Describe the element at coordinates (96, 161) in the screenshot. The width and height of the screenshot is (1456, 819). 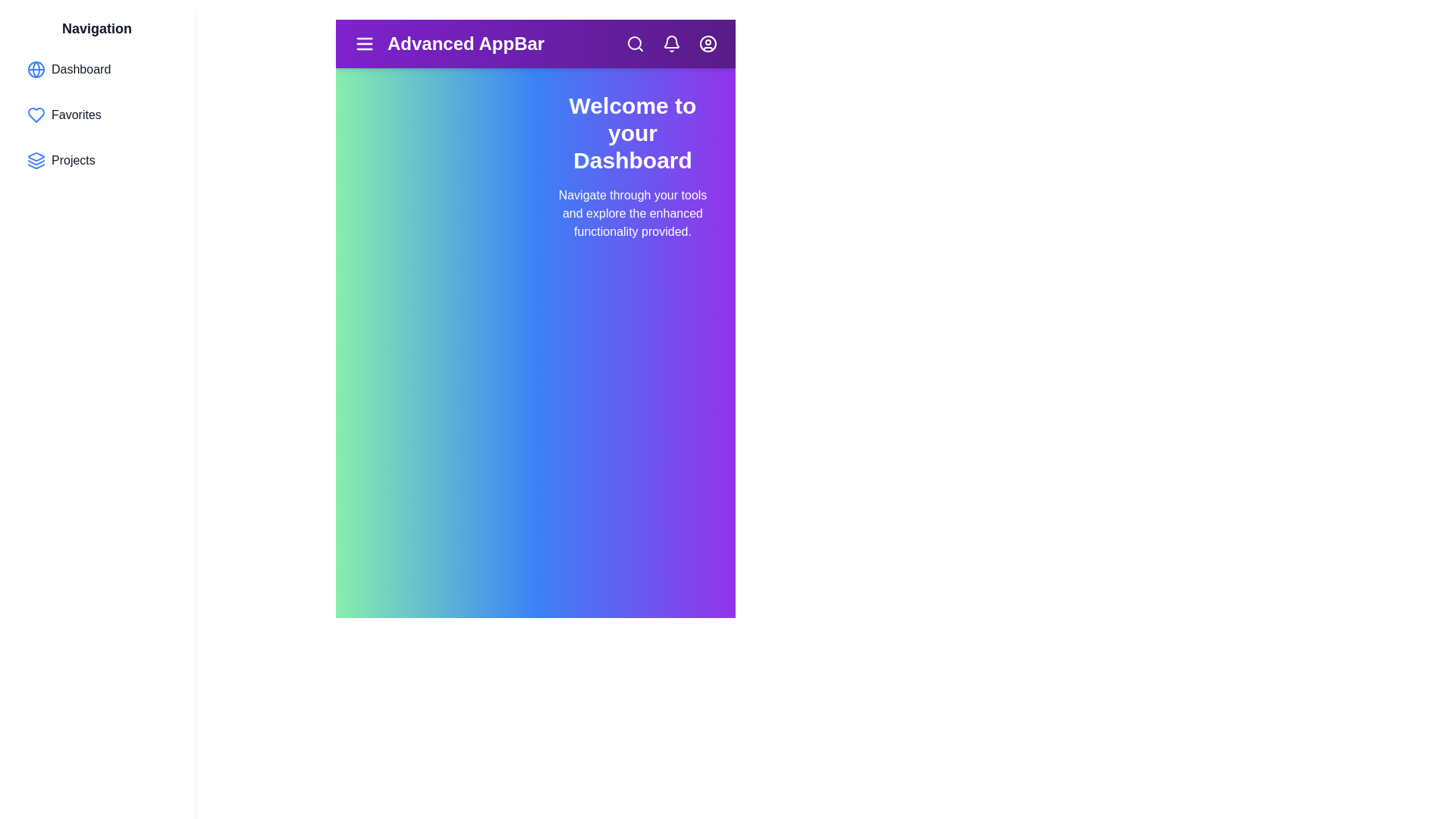
I see `the navigation item Projects` at that location.